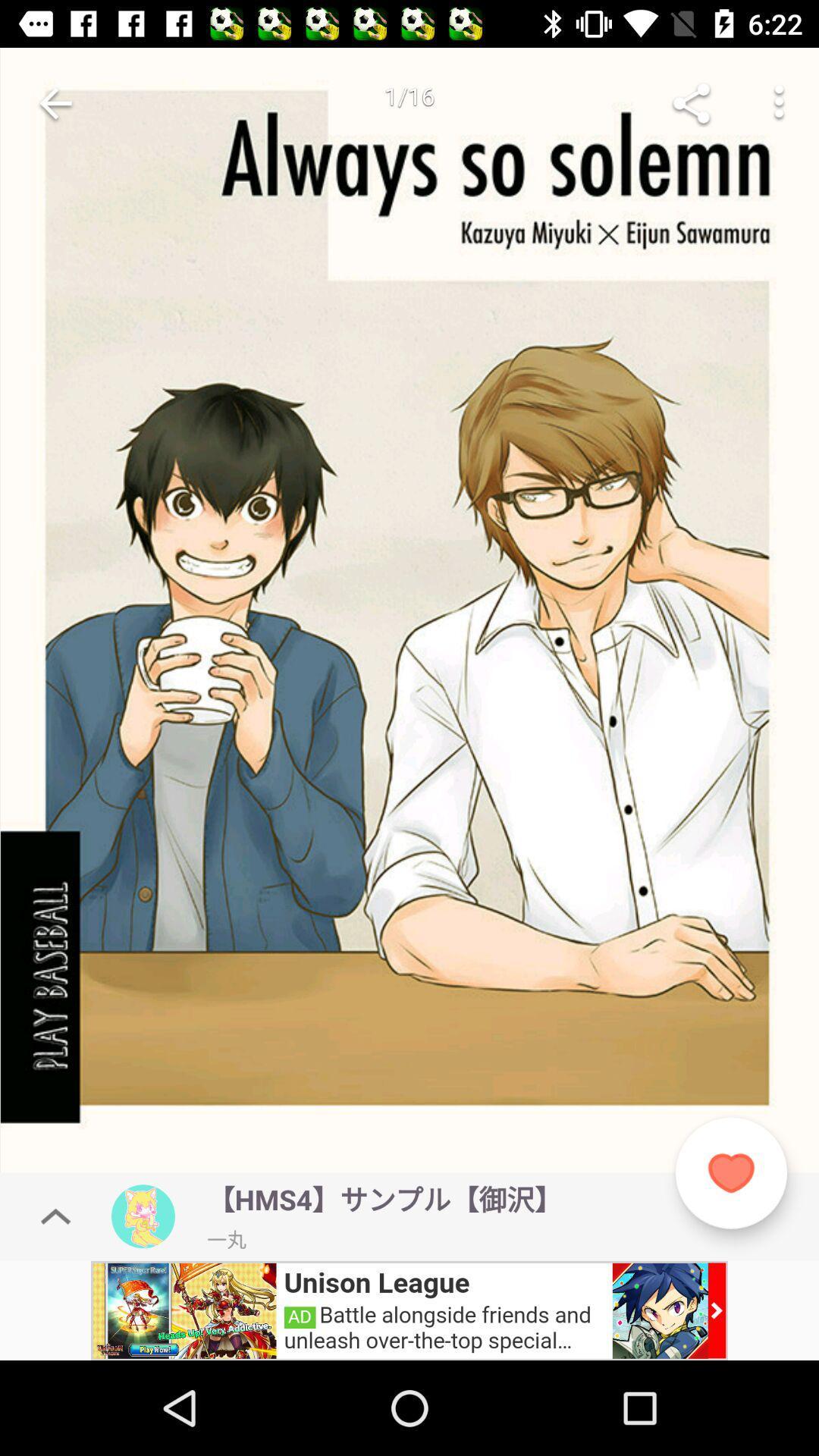 The width and height of the screenshot is (819, 1456). Describe the element at coordinates (691, 102) in the screenshot. I see `go share image or video` at that location.